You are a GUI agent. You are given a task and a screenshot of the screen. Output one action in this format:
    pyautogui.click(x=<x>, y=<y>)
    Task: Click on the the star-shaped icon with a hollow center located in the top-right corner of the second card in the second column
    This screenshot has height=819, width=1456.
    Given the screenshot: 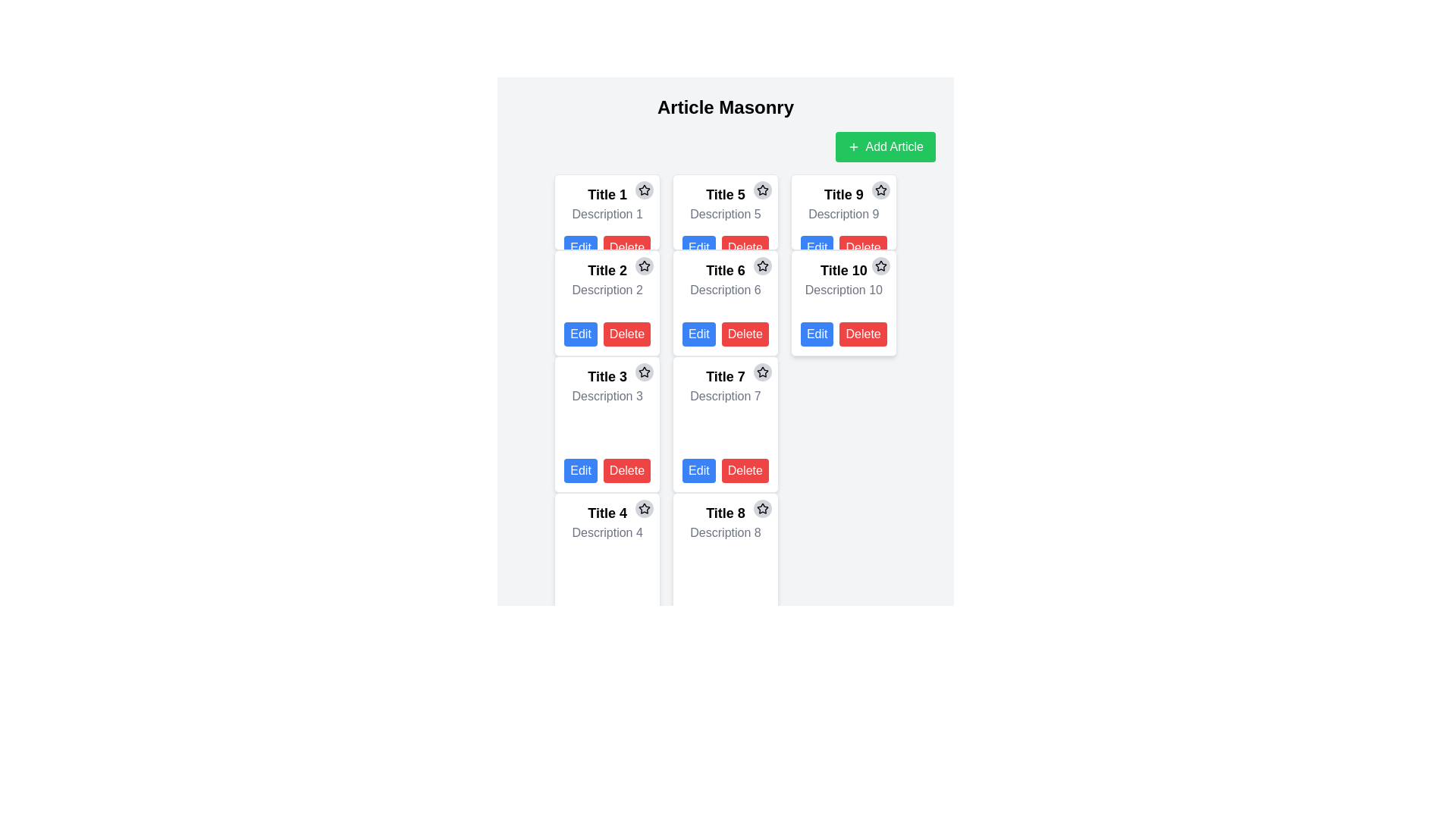 What is the action you would take?
    pyautogui.click(x=645, y=265)
    